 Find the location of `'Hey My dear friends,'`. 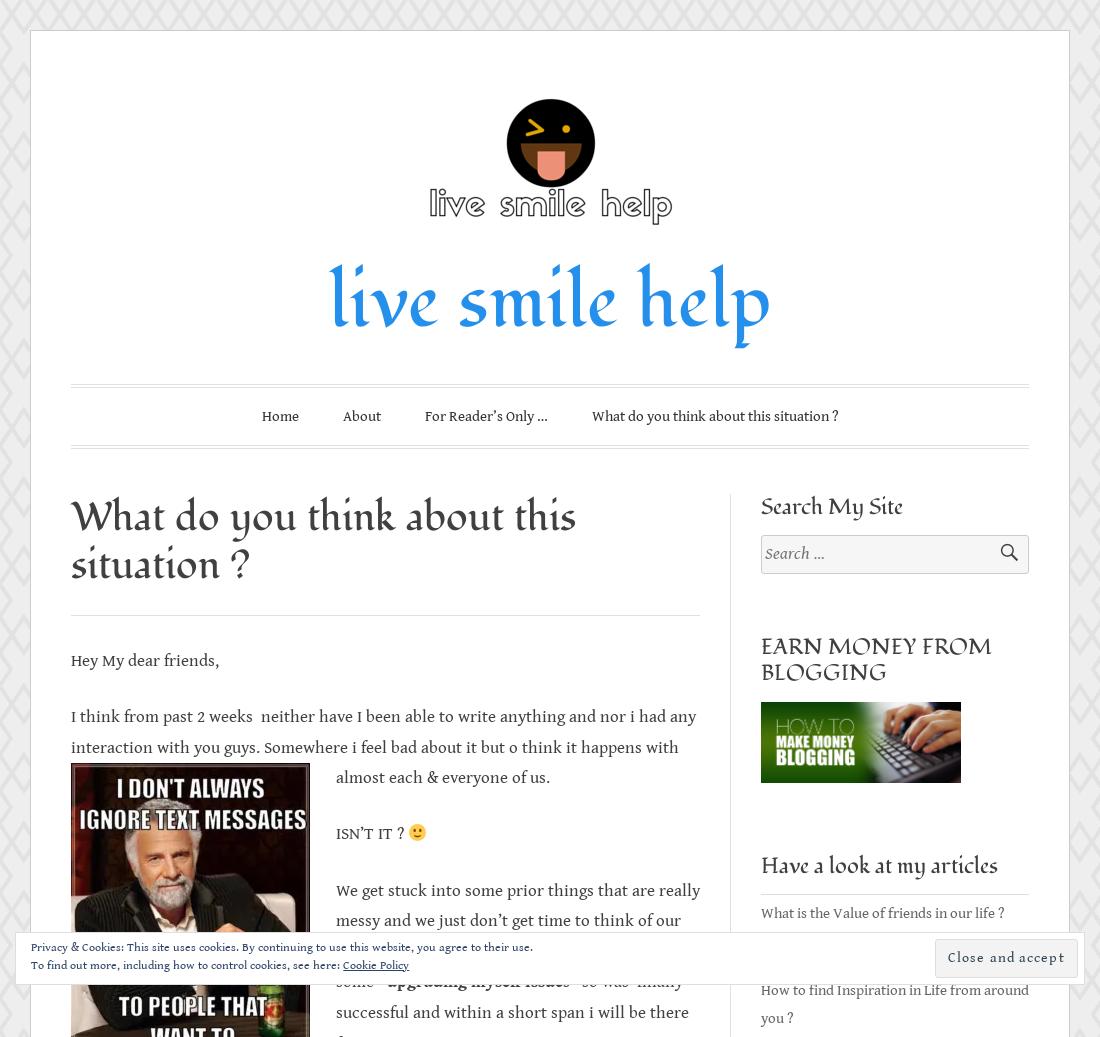

'Hey My dear friends,' is located at coordinates (143, 660).